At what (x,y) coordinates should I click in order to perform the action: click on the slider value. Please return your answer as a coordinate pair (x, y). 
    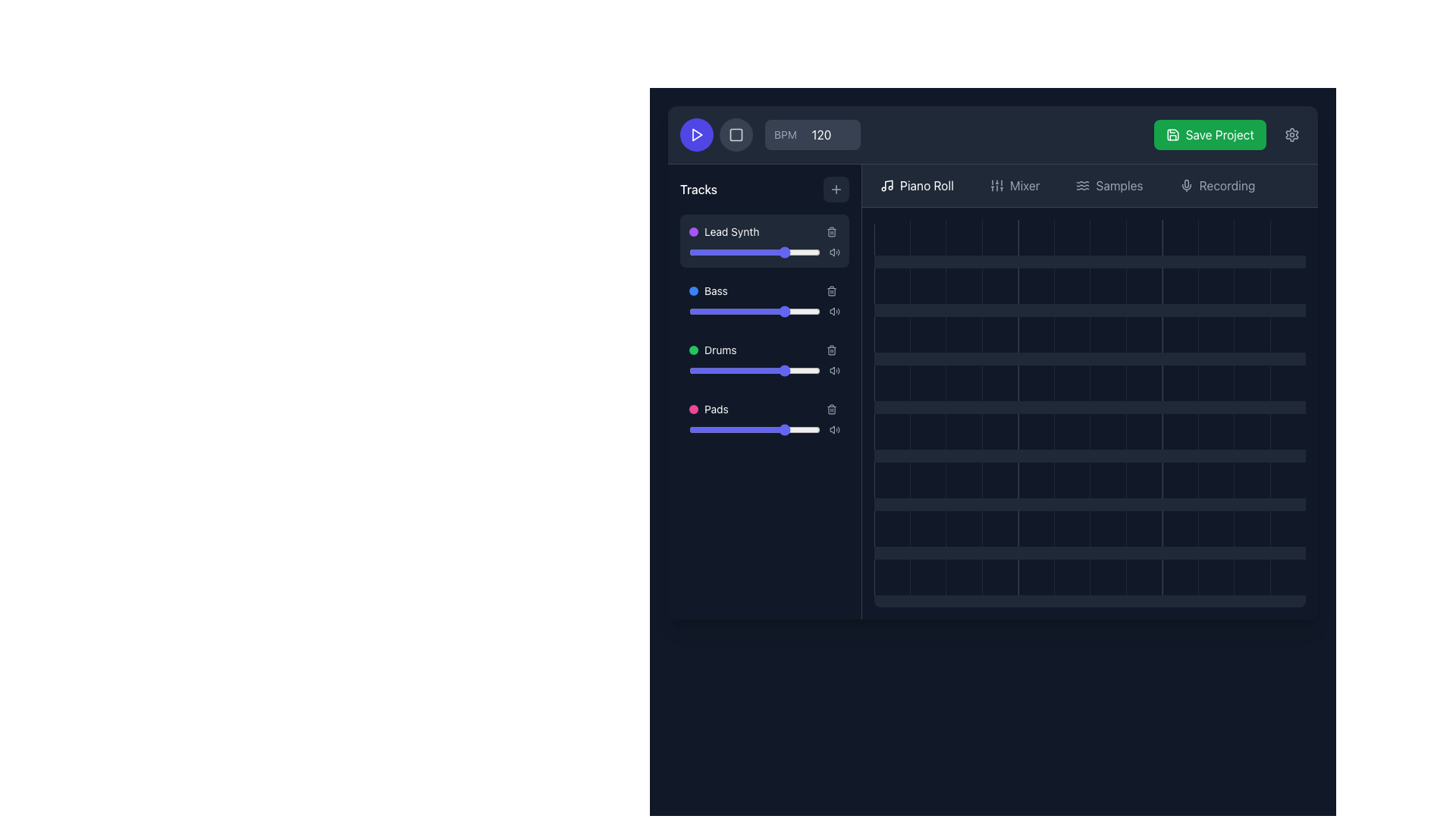
    Looking at the image, I should click on (755, 371).